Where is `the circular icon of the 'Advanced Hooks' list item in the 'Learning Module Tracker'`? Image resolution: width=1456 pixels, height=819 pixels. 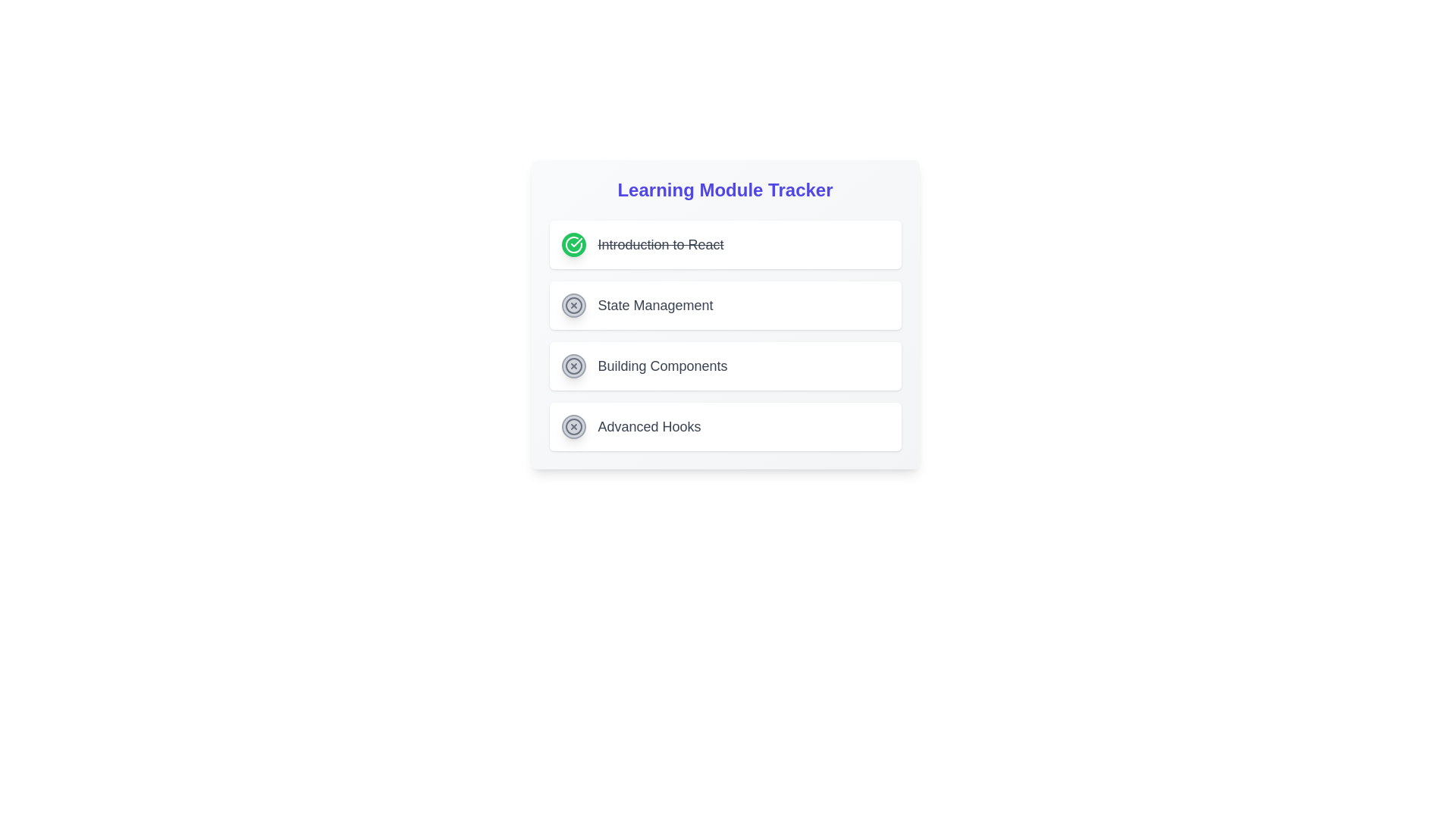 the circular icon of the 'Advanced Hooks' list item in the 'Learning Module Tracker' is located at coordinates (631, 427).